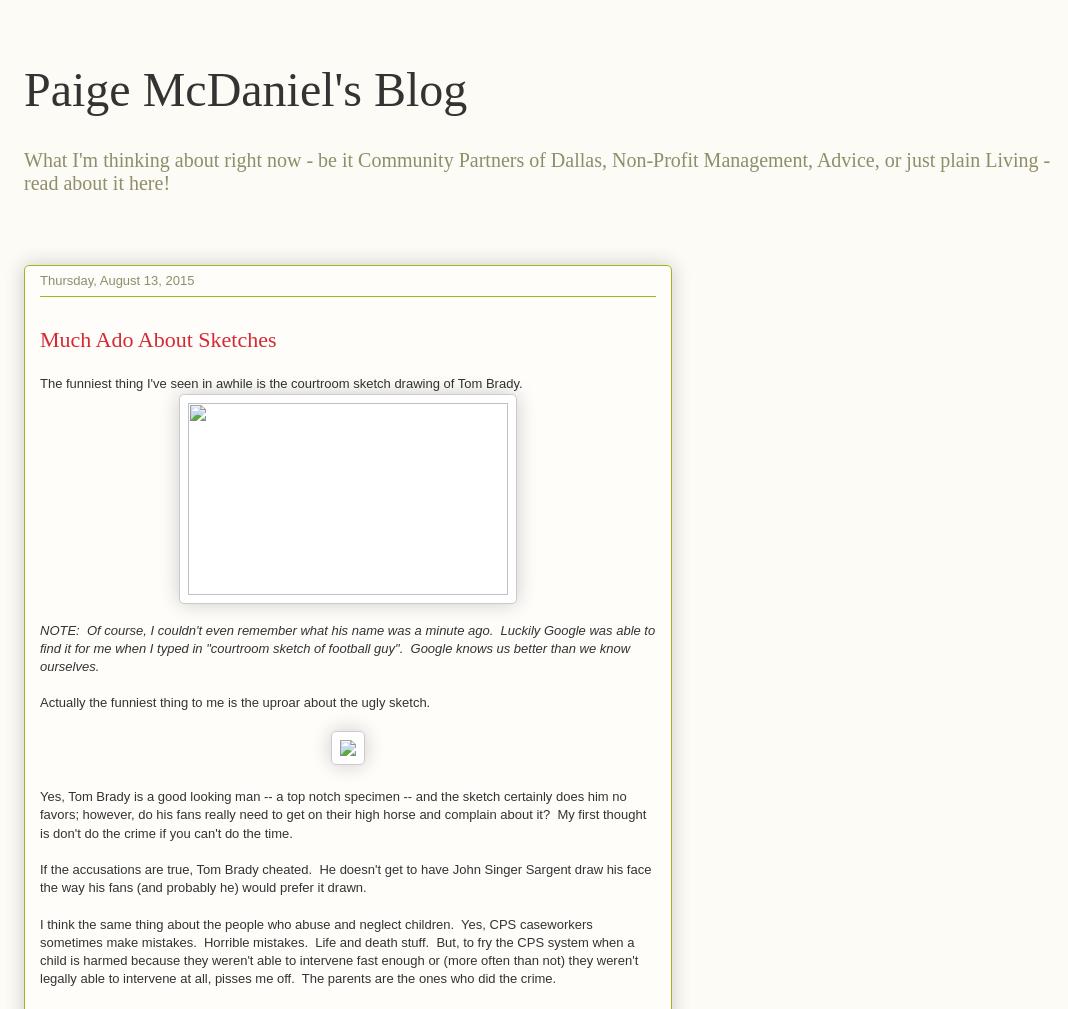 Image resolution: width=1068 pixels, height=1009 pixels. I want to click on 'Yes, Tom Brady is a good looking man -- a top notch specimen -- and the sketch certainly does him no favors; however, do his fans really need to get on their high horse and complain about it?  My first thought is don't do the crime if you can't do the time.', so click(342, 814).